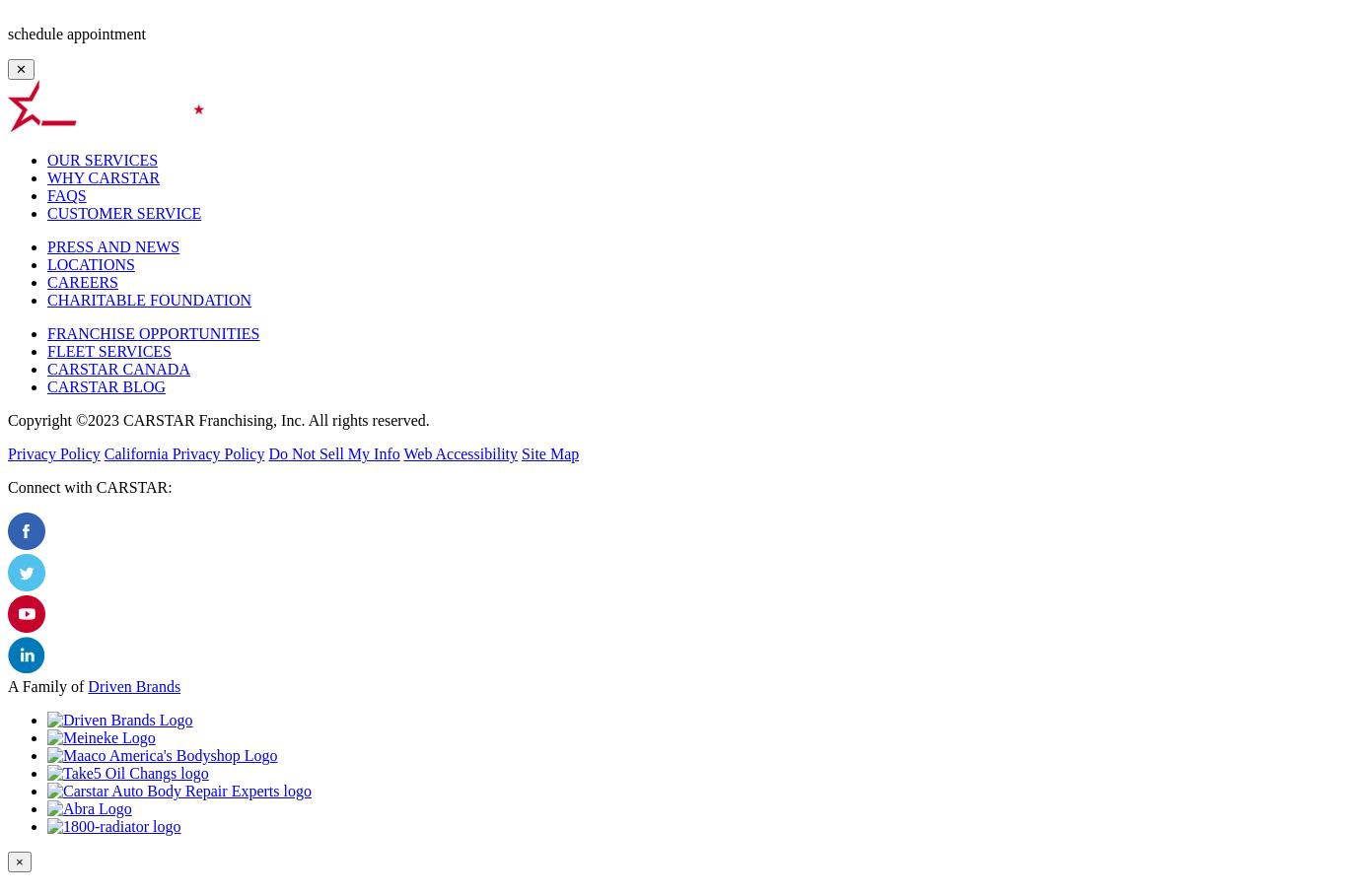 The height and width of the screenshot is (896, 1347). What do you see at coordinates (83, 281) in the screenshot?
I see `'CAREERS'` at bounding box center [83, 281].